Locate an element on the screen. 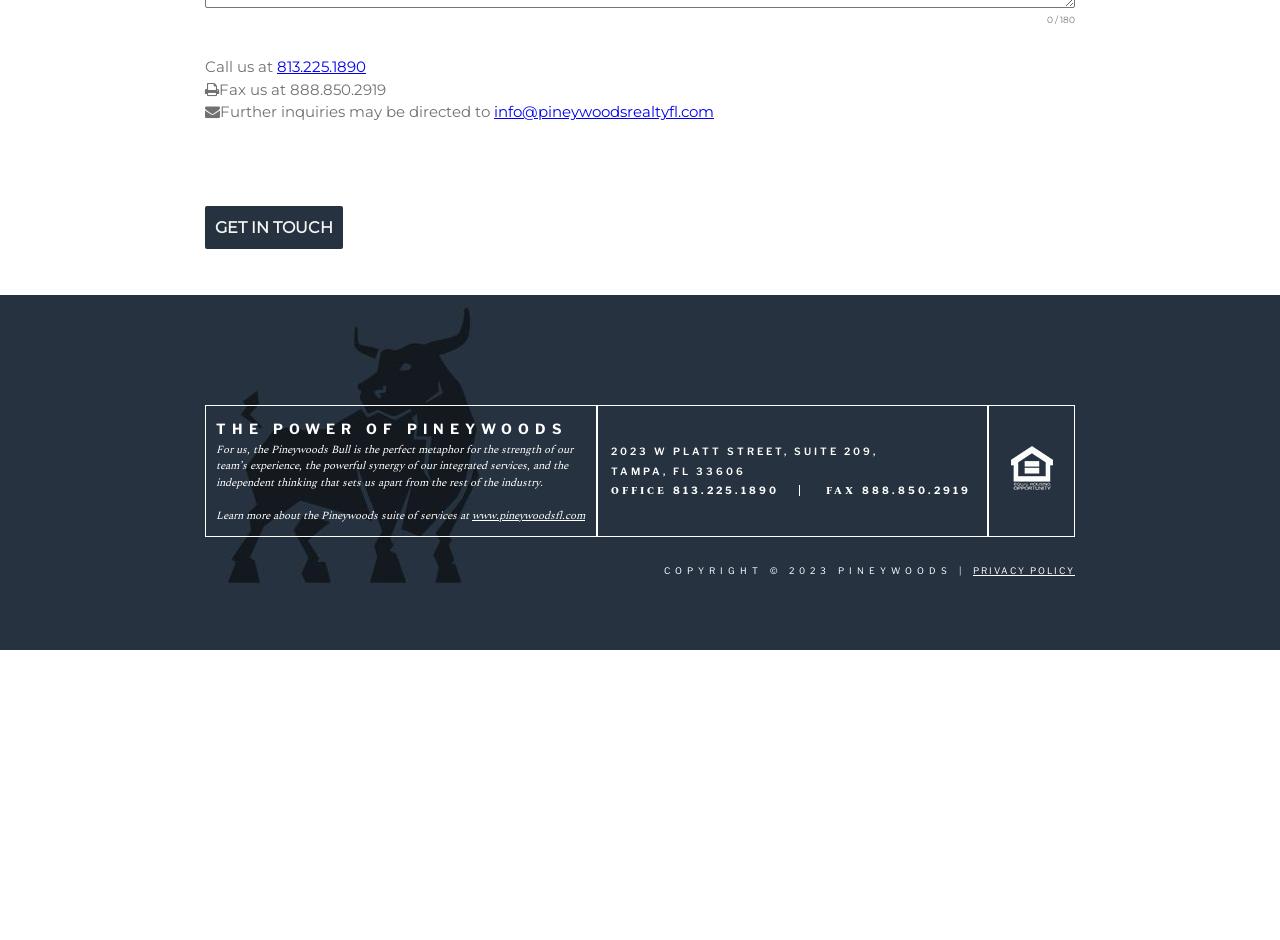 This screenshot has height=940, width=1280. '2023 W Platt Street, Suite 209,' is located at coordinates (742, 450).